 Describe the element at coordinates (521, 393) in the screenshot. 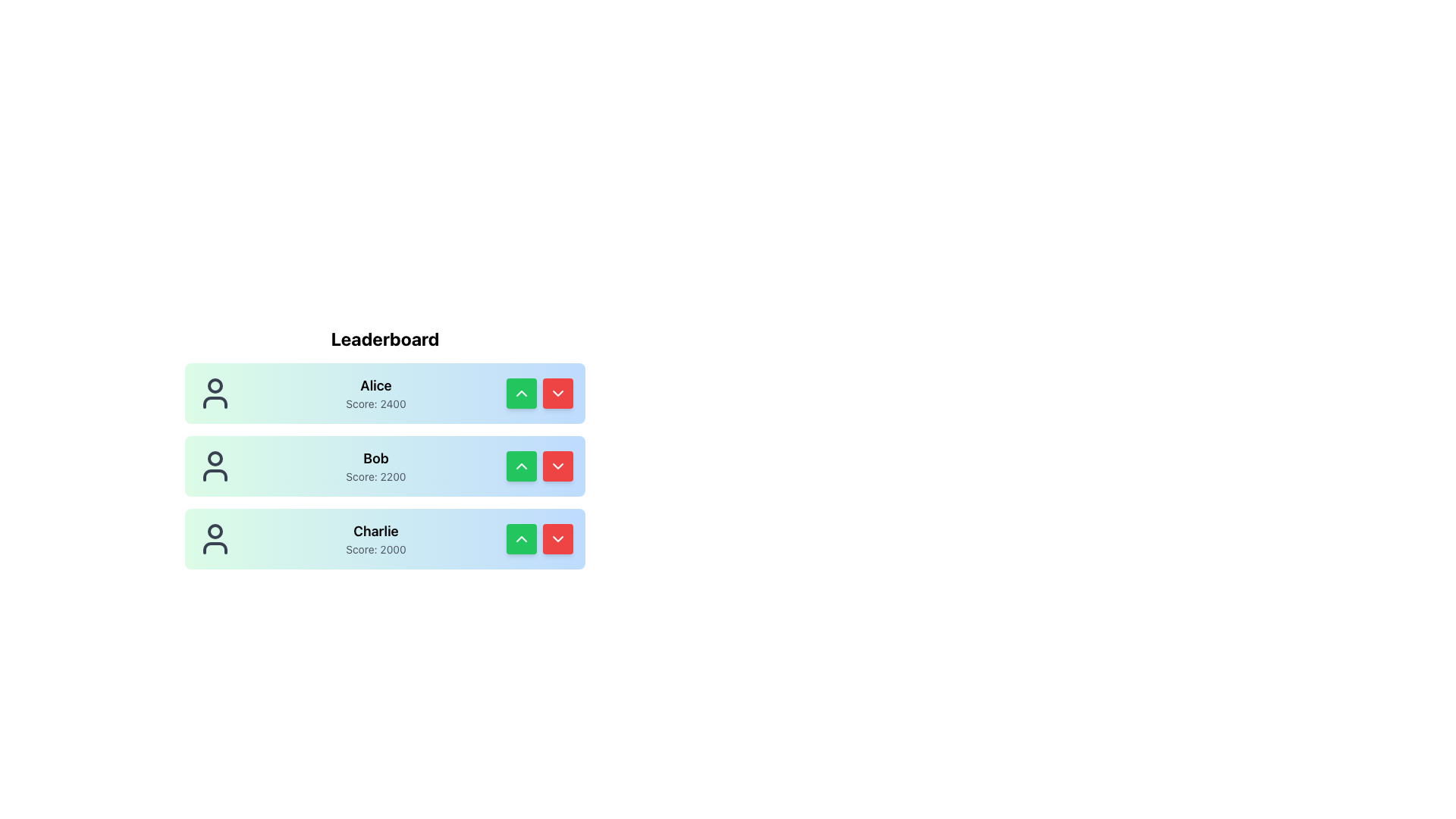

I see `the small rectangular green button with a white chevron-up icon located to the right of 'Alice Score: 2400'` at that location.